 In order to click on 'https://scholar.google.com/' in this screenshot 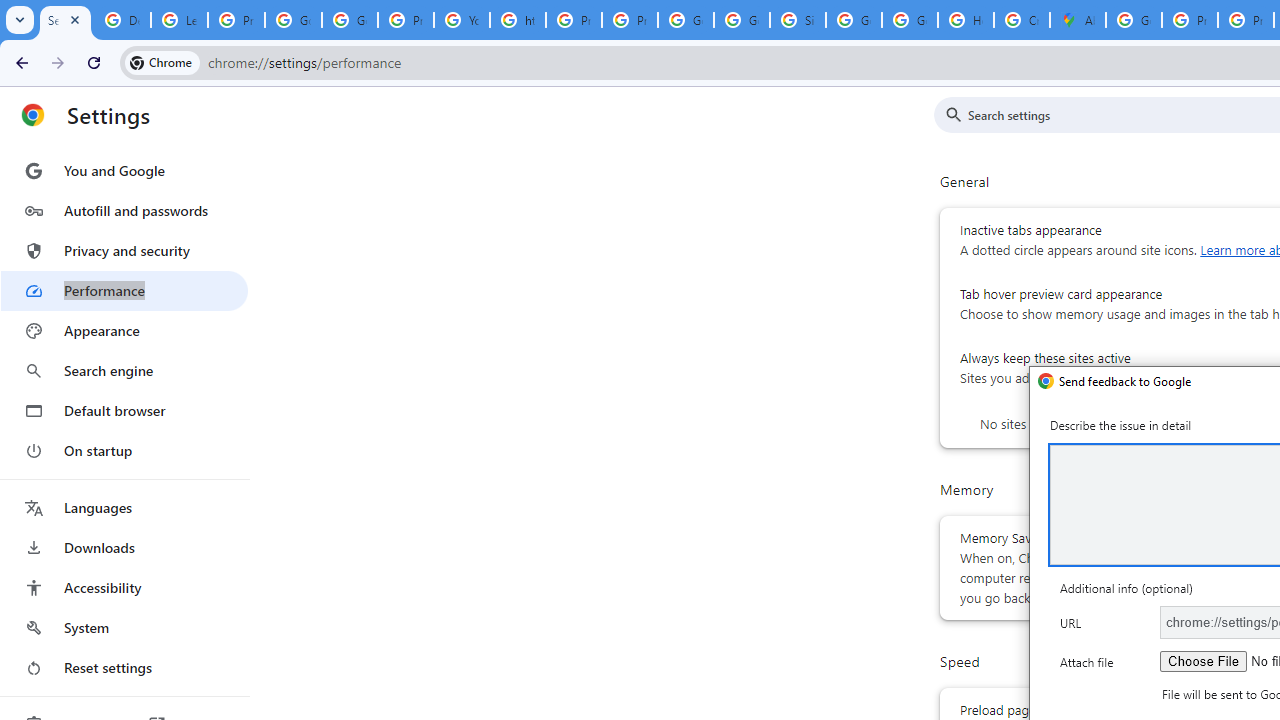, I will do `click(518, 20)`.